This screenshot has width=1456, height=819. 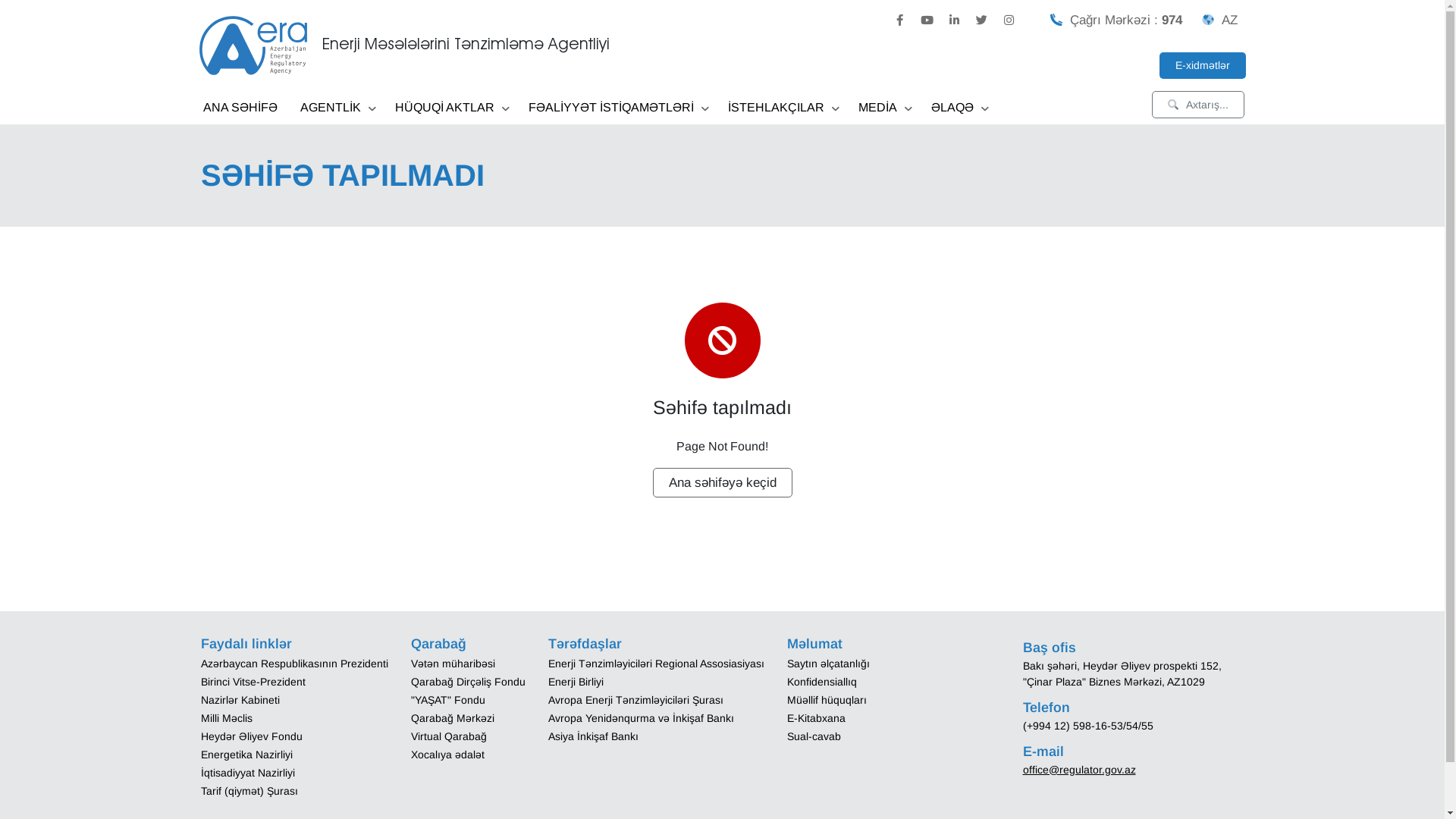 What do you see at coordinates (574, 680) in the screenshot?
I see `'Enerji Birliyi'` at bounding box center [574, 680].